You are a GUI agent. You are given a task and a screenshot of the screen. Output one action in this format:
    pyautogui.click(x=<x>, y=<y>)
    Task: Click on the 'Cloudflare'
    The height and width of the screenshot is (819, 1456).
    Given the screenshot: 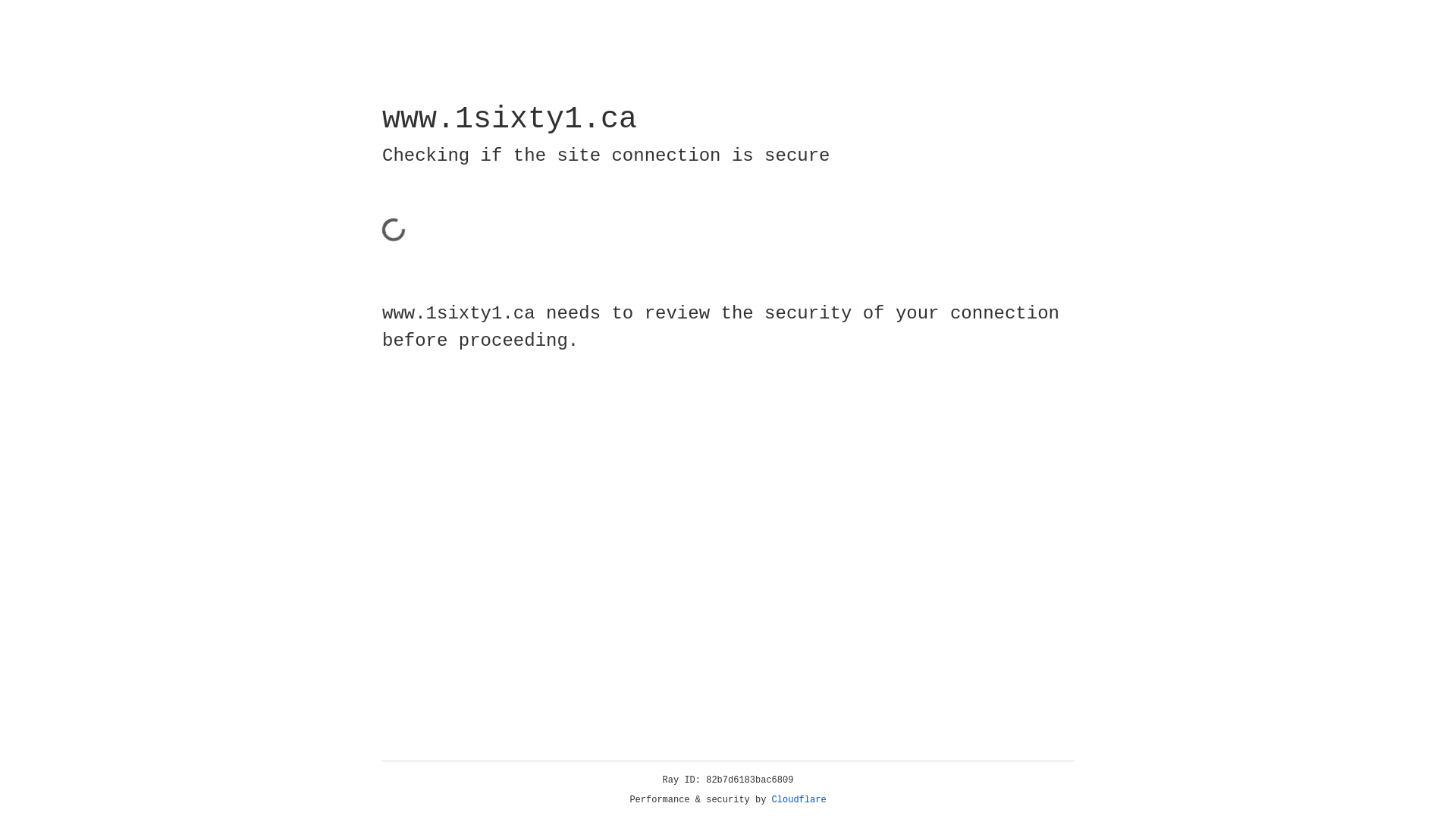 What is the action you would take?
    pyautogui.click(x=799, y=799)
    